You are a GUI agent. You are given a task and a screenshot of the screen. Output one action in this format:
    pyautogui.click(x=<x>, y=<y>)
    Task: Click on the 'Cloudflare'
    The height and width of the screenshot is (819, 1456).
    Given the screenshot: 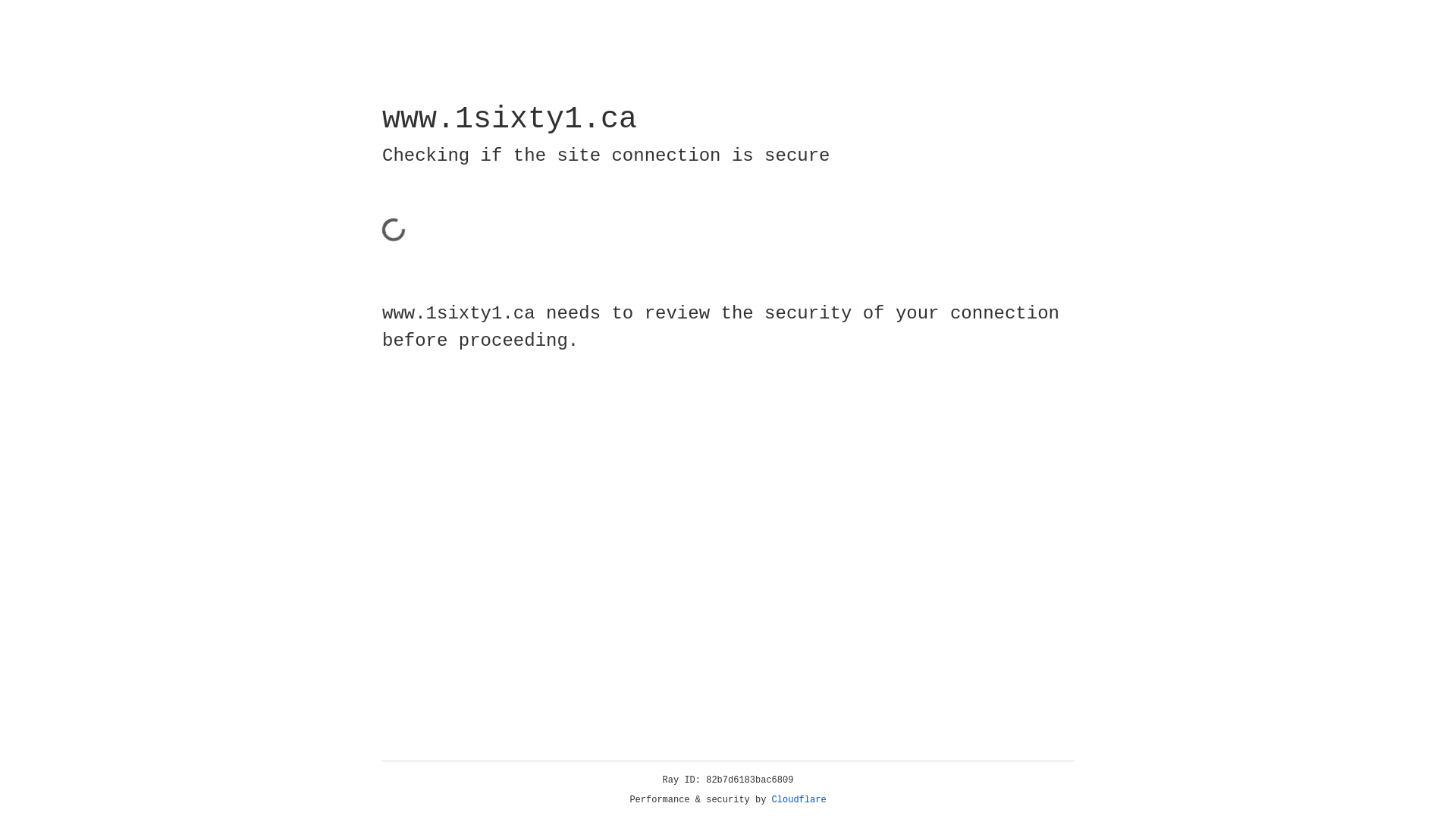 What is the action you would take?
    pyautogui.click(x=799, y=799)
    